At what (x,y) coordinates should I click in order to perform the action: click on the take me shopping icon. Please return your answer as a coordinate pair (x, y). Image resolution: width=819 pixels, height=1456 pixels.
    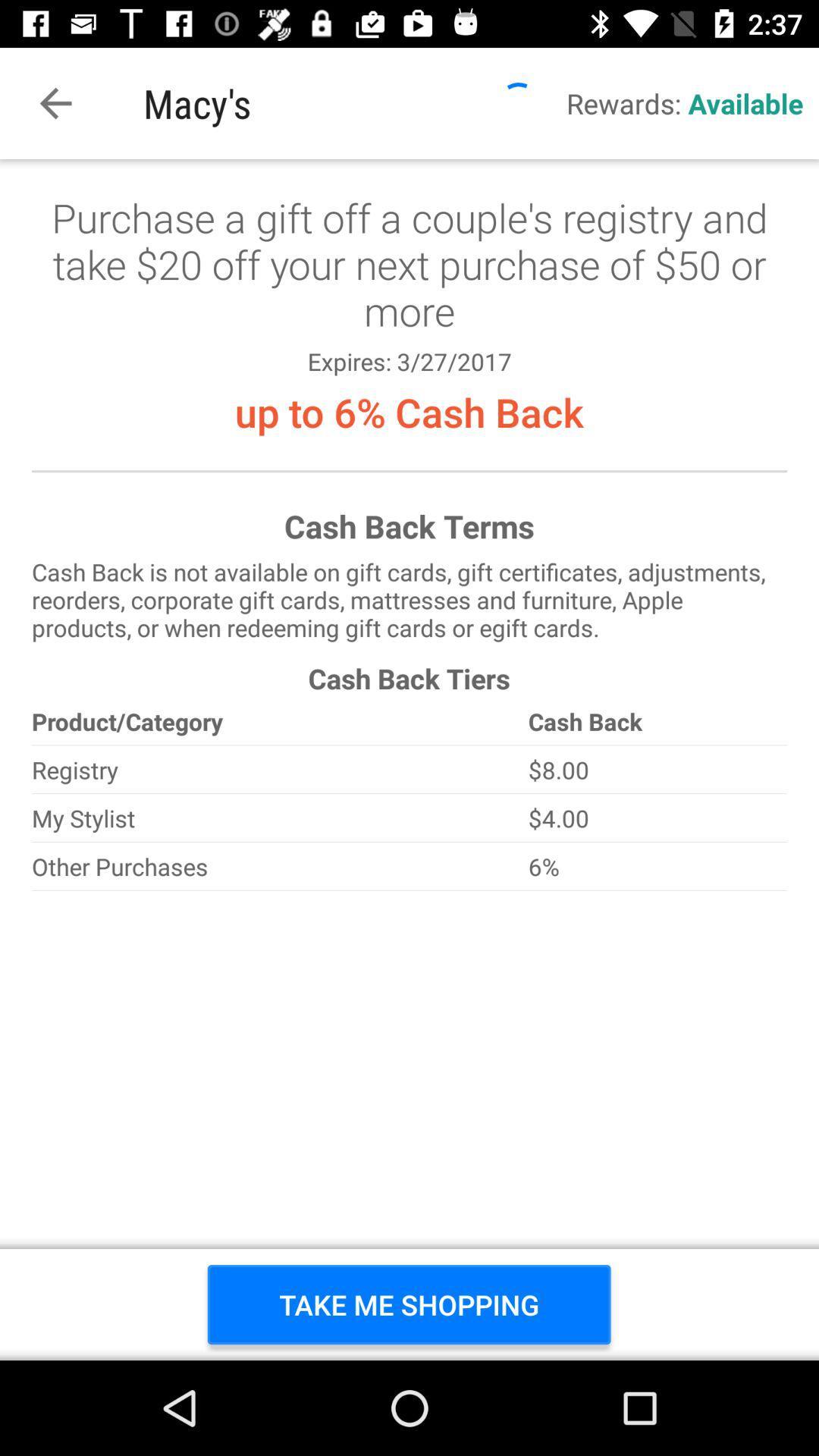
    Looking at the image, I should click on (408, 1304).